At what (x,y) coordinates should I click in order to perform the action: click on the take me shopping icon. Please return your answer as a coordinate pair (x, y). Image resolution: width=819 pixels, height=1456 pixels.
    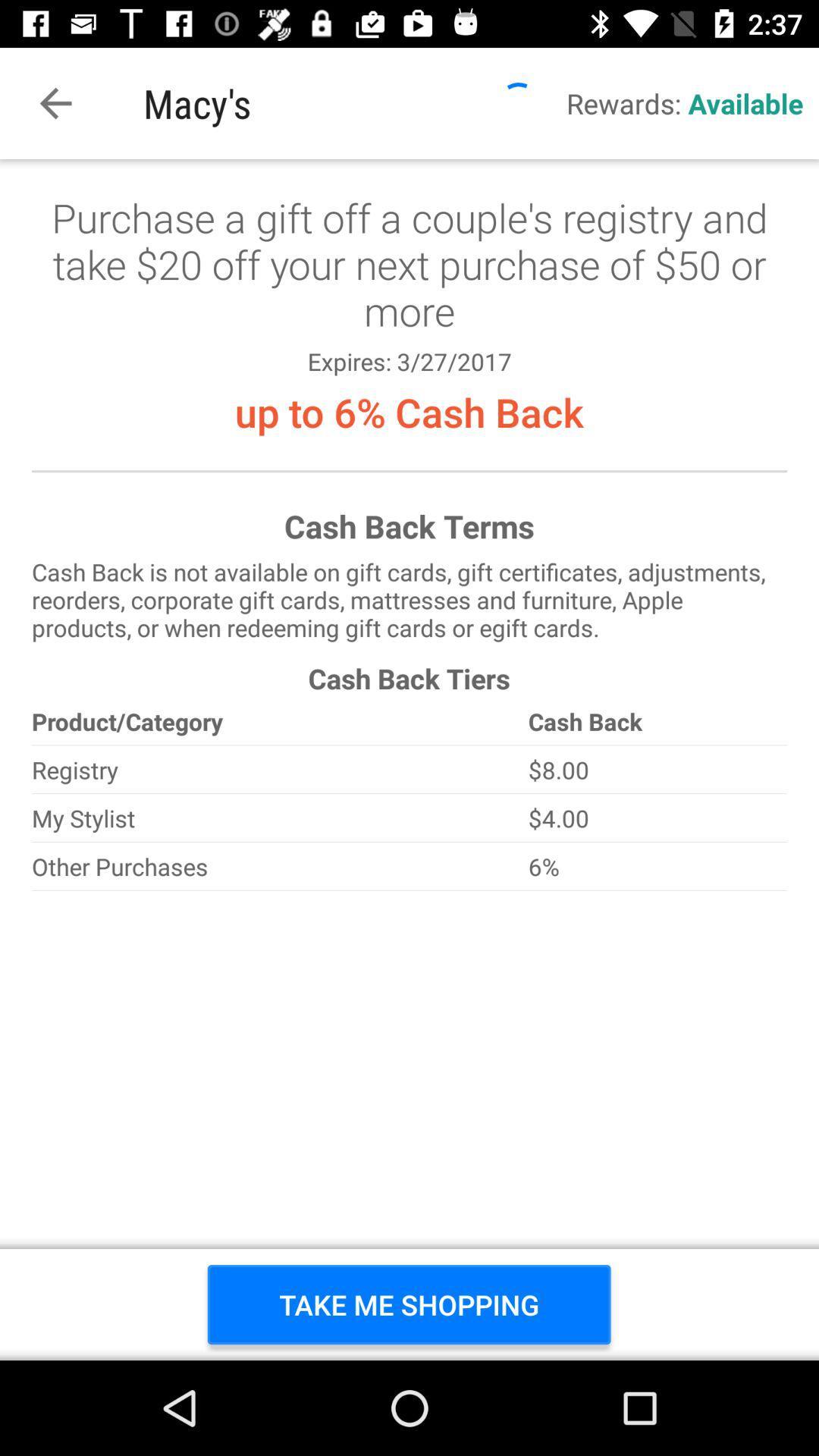
    Looking at the image, I should click on (408, 1304).